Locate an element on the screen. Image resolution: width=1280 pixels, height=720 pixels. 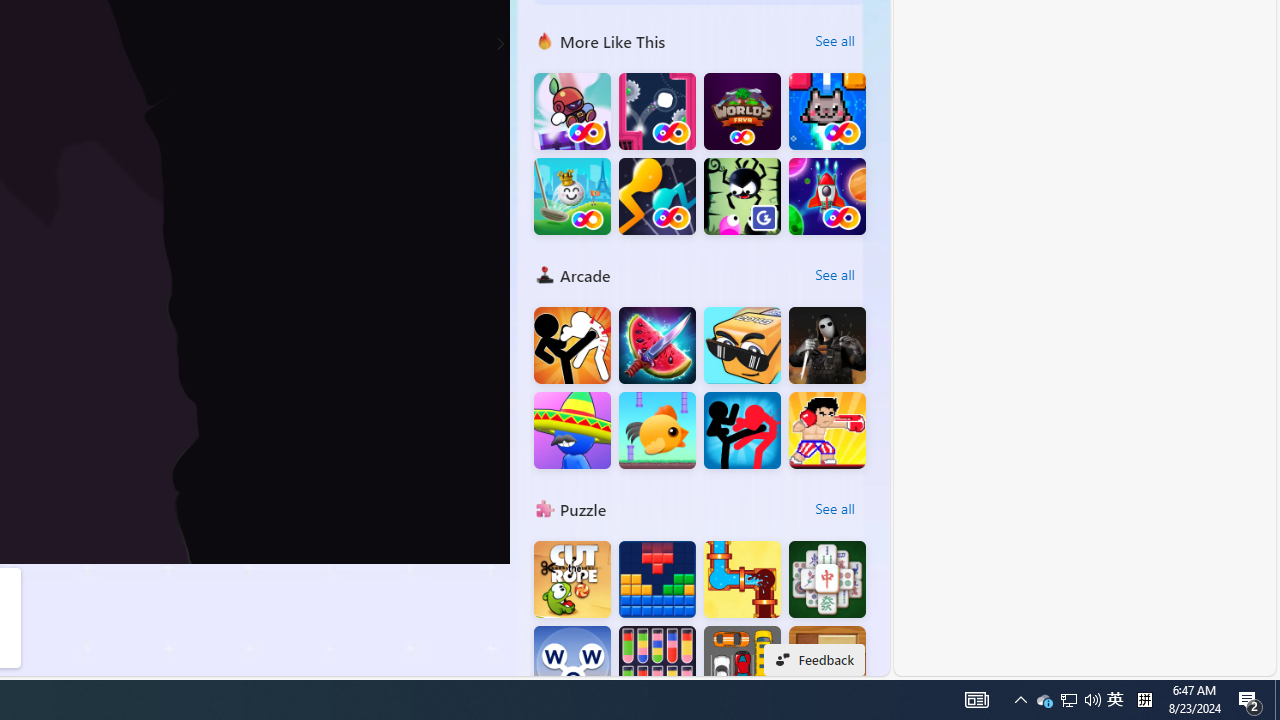
'Kitten Force FRVR' is located at coordinates (827, 111).